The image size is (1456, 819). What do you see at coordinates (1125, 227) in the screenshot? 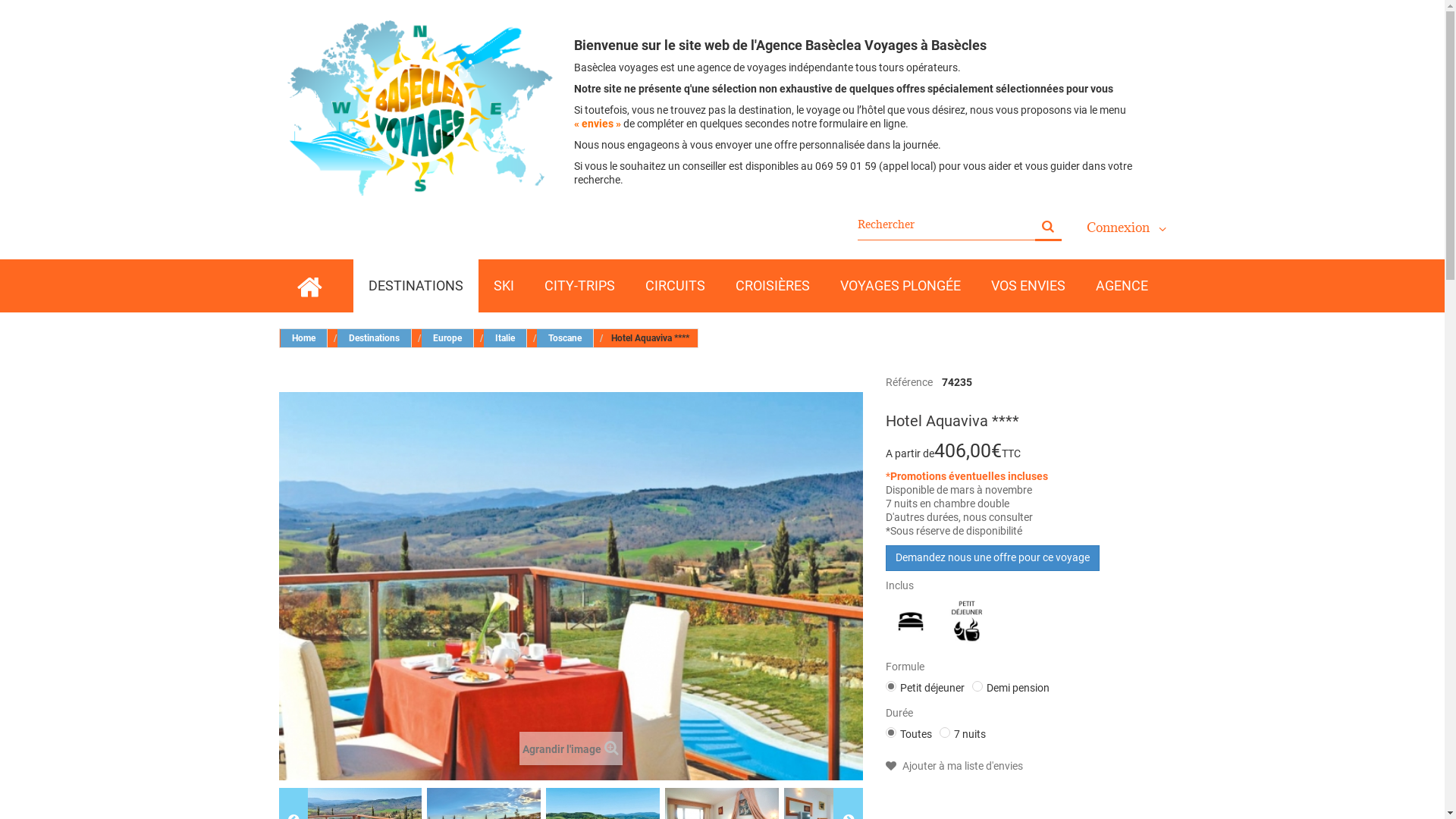
I see `'Connexion'` at bounding box center [1125, 227].